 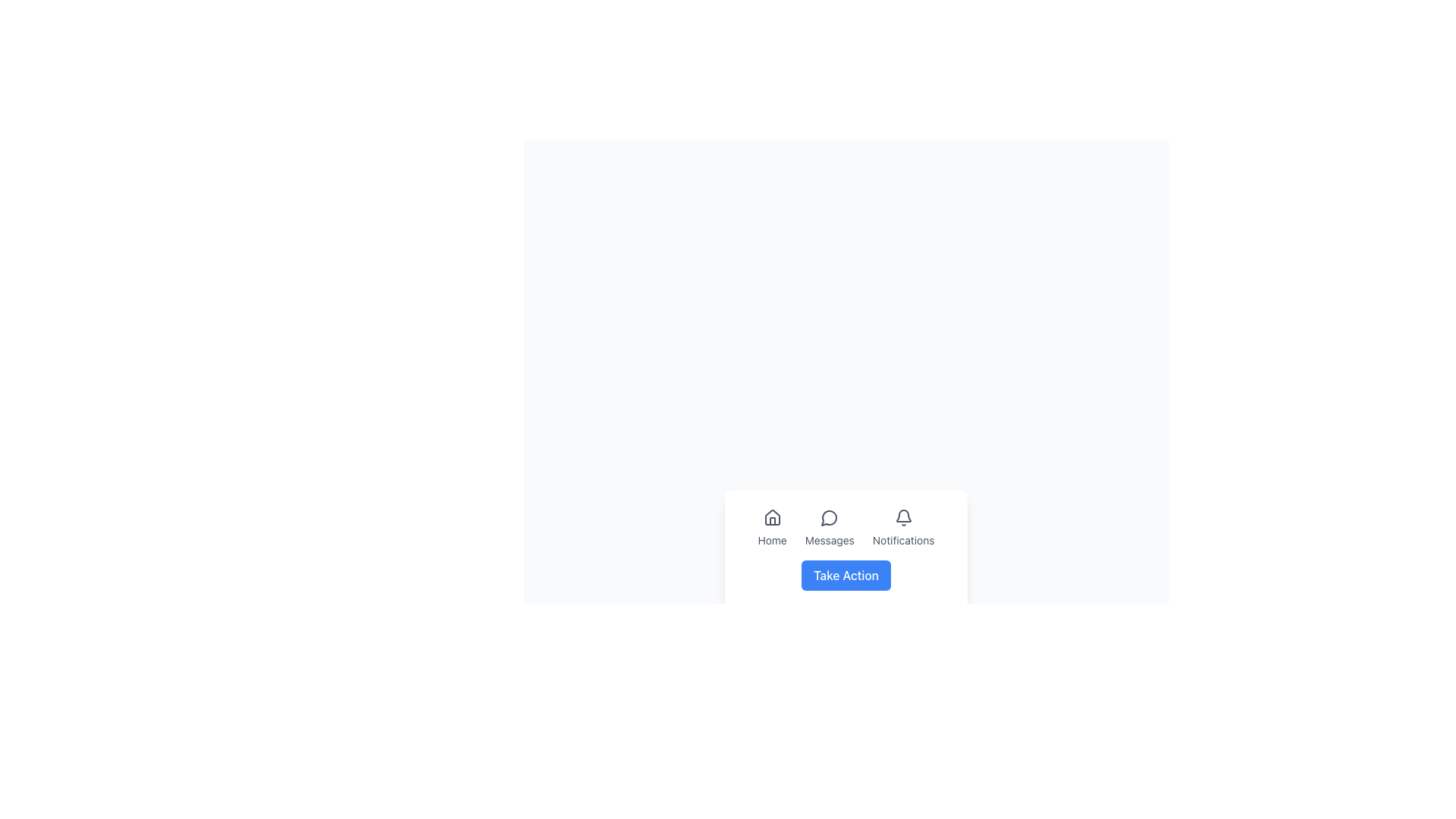 I want to click on the 'Home' SVG Icon located in the top navigation bar, so click(x=772, y=516).